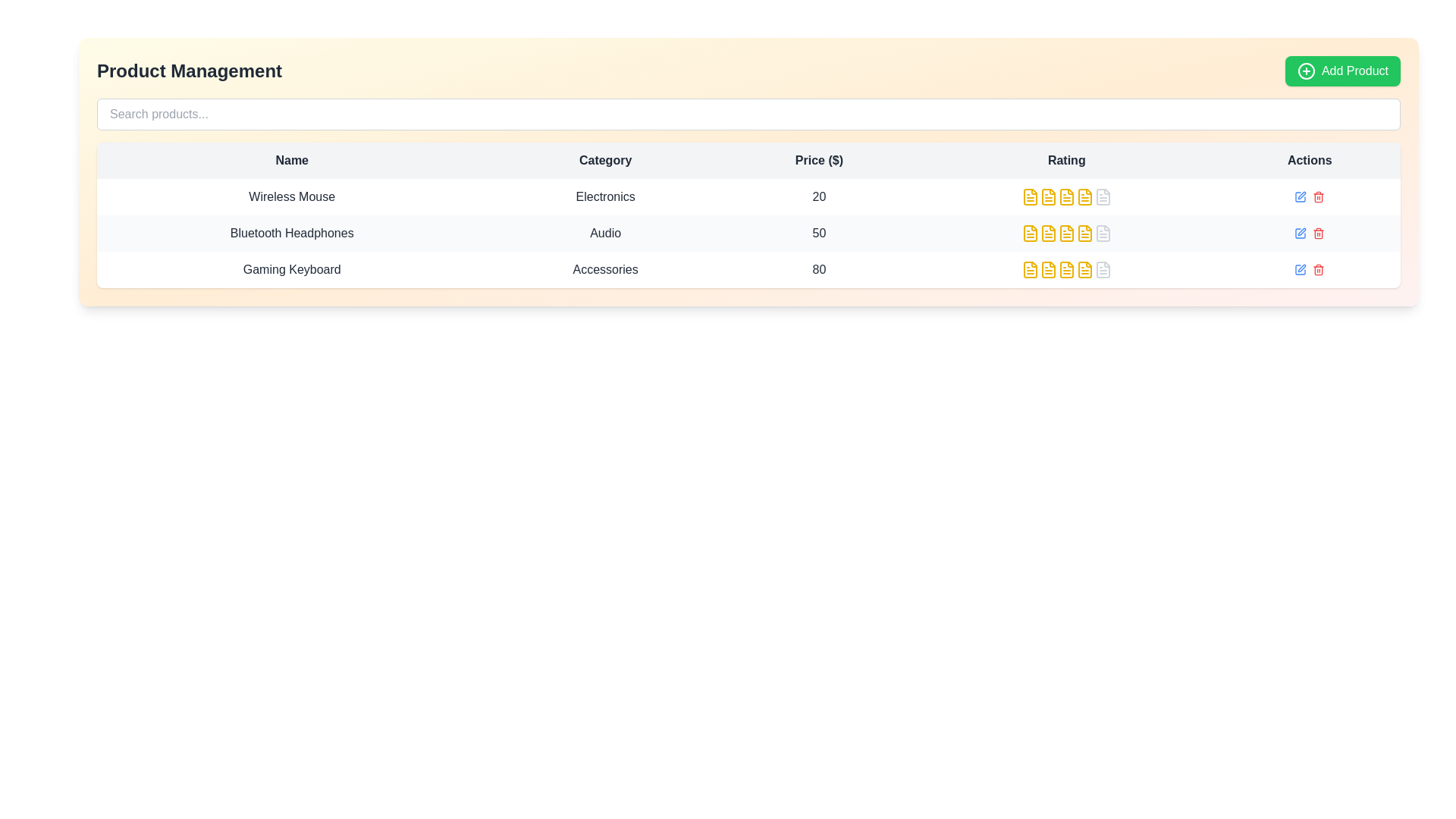 Image resolution: width=1456 pixels, height=819 pixels. Describe the element at coordinates (1306, 71) in the screenshot. I see `outer circle boundary of the 'Add Product' button symbol within the SVG element labeled with the class 'lucide lucide-circle-plus'` at that location.